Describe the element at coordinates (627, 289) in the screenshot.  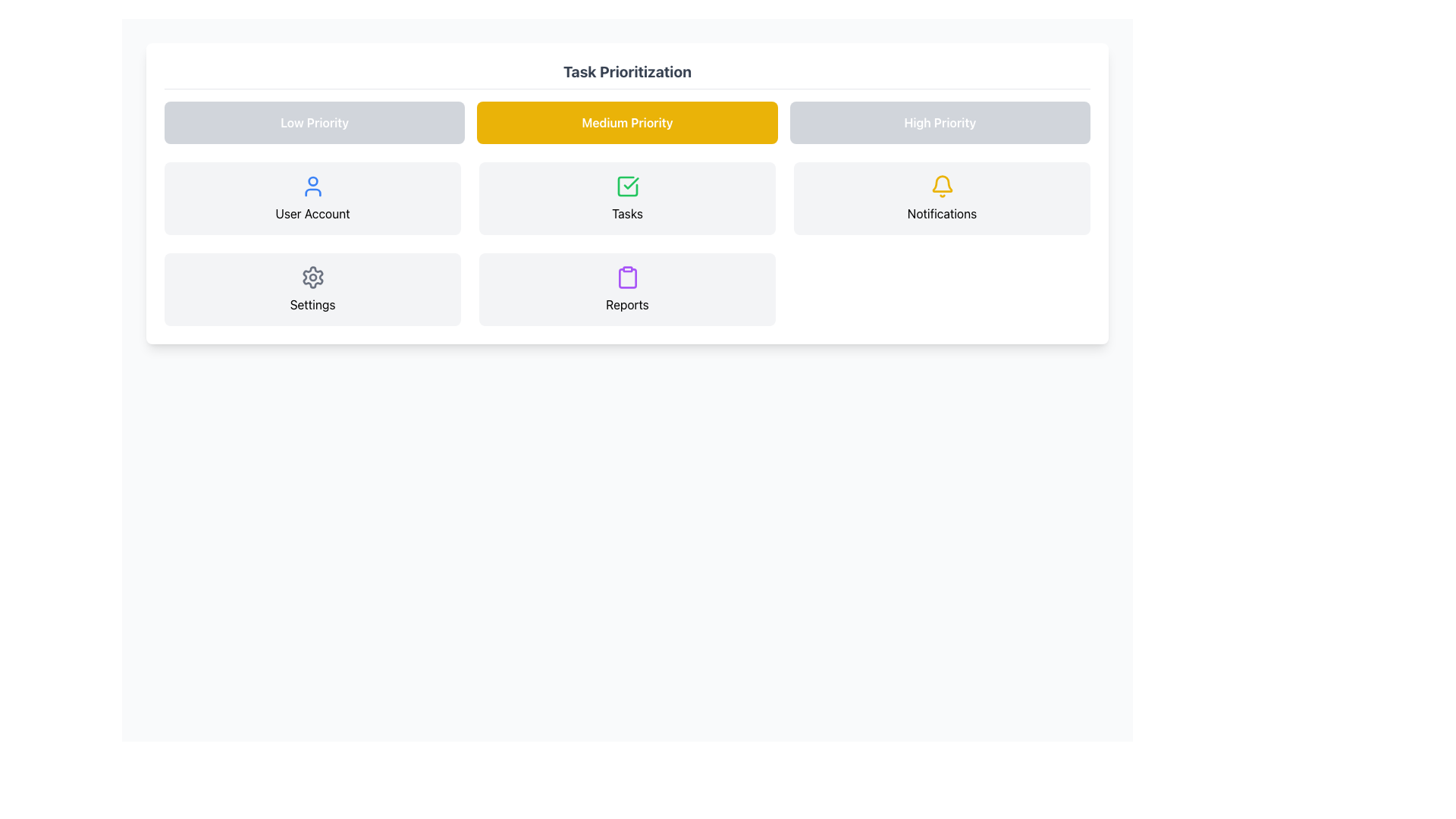
I see `the 'Reports' button, which is a rectangular component with a white background and rounded corners, featuring a purple clipboard icon and the text 'Reports' in black font, located at the bottom-middle position of the grid layout` at that location.